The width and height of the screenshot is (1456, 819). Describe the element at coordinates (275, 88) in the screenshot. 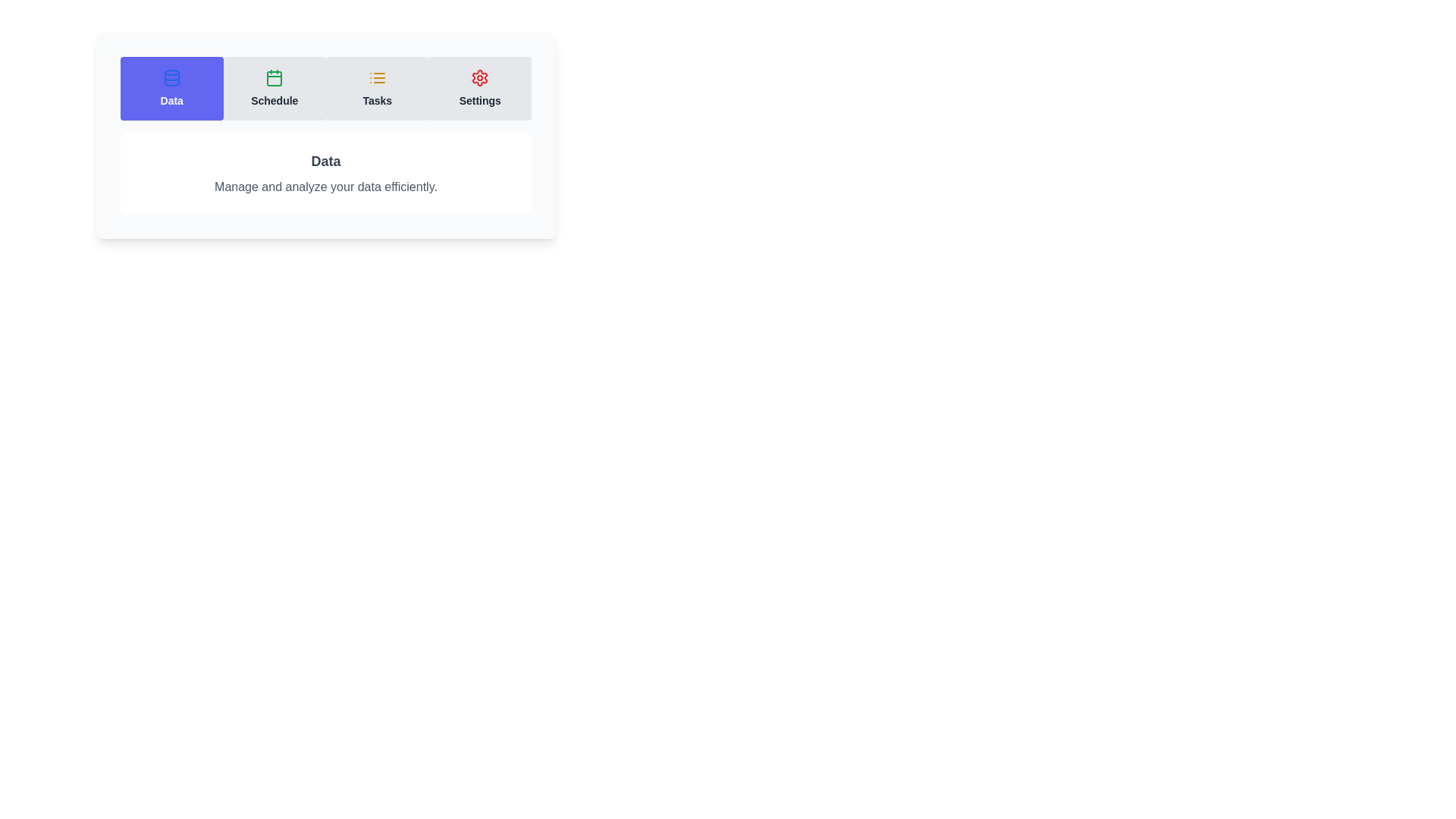

I see `the tab labeled Schedule to view its content` at that location.